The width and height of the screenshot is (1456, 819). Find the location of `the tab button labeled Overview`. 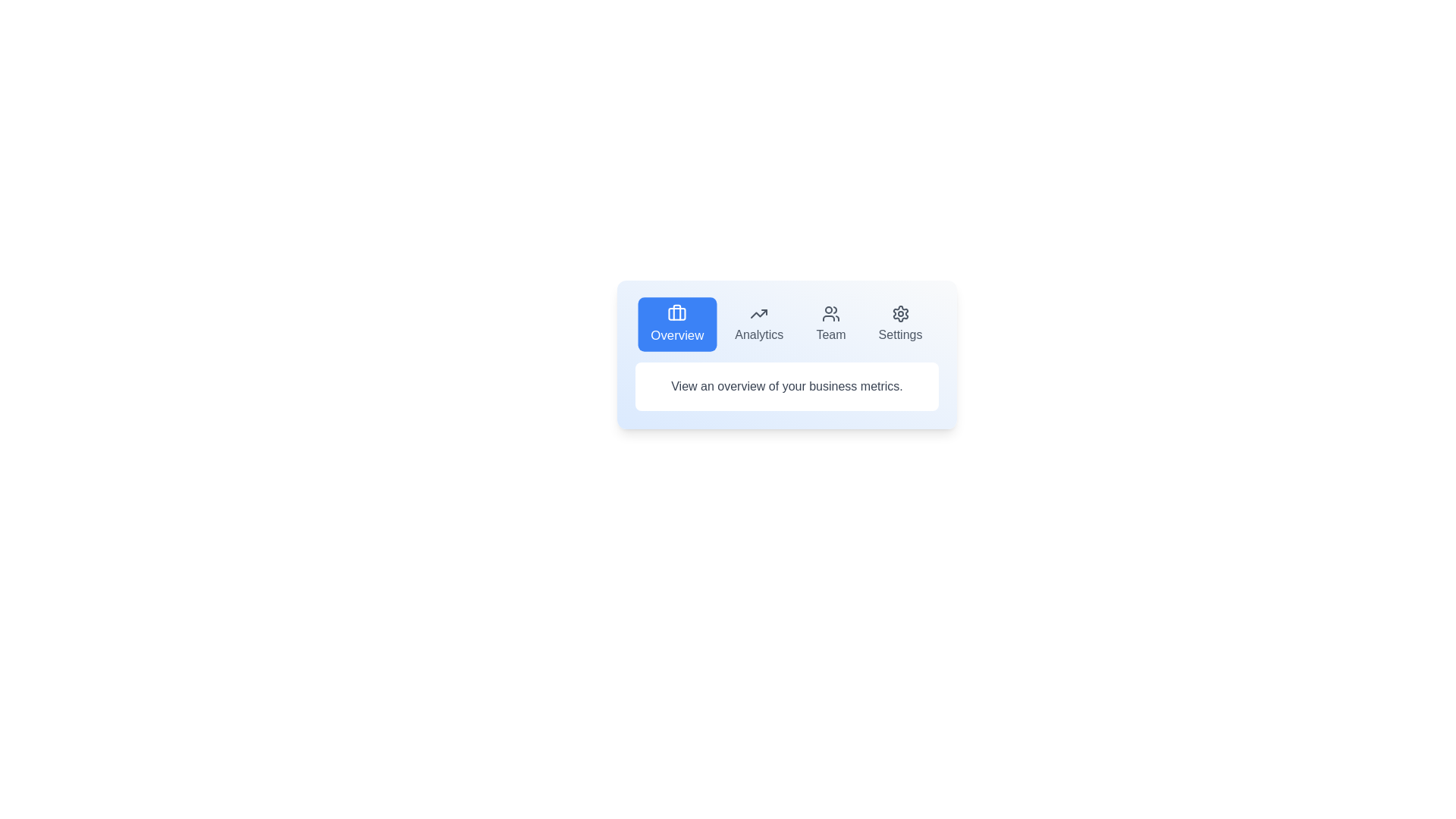

the tab button labeled Overview is located at coordinates (676, 324).